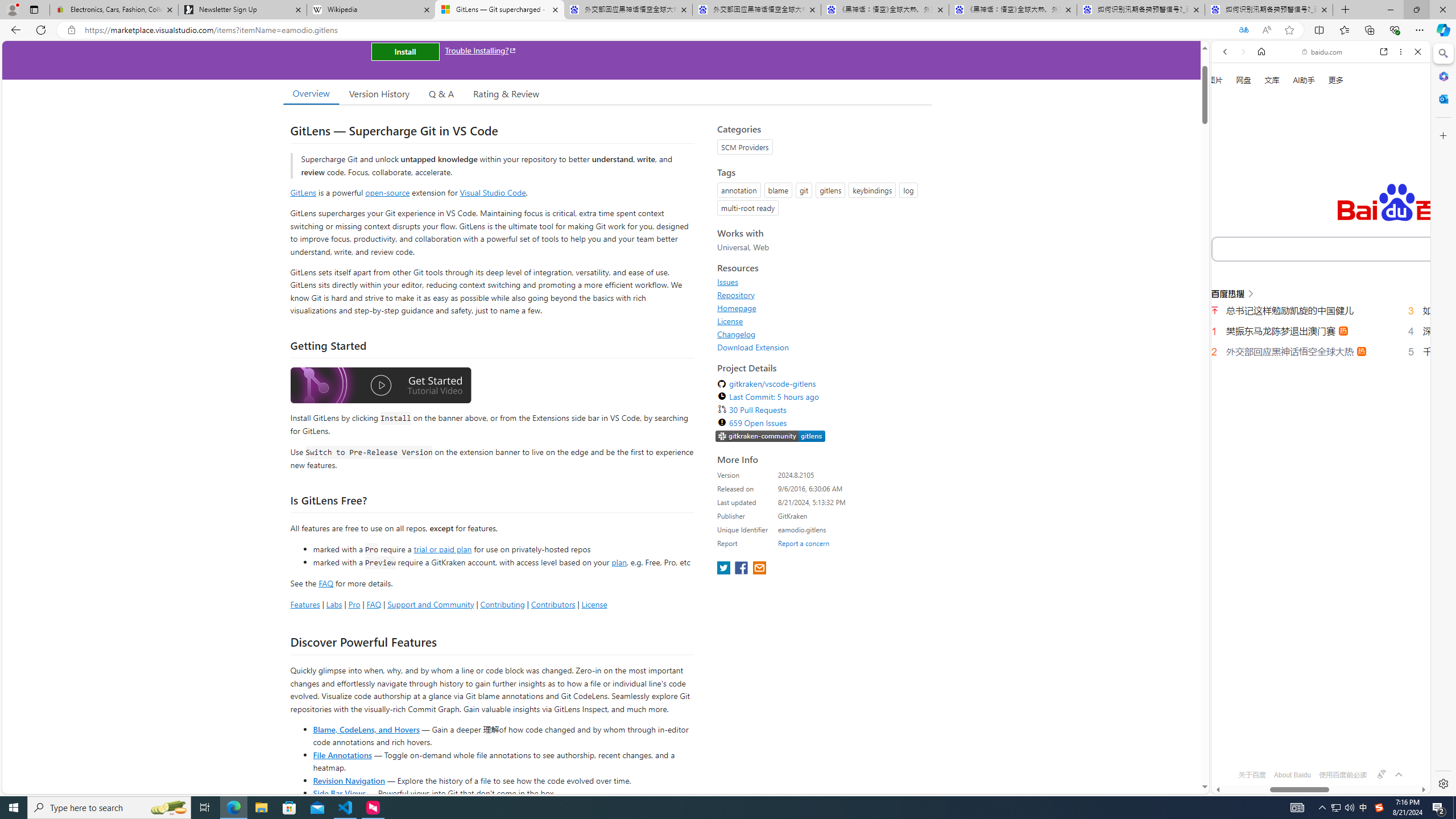  I want to click on 'Blame, CodeLens, and Hovers', so click(366, 728).